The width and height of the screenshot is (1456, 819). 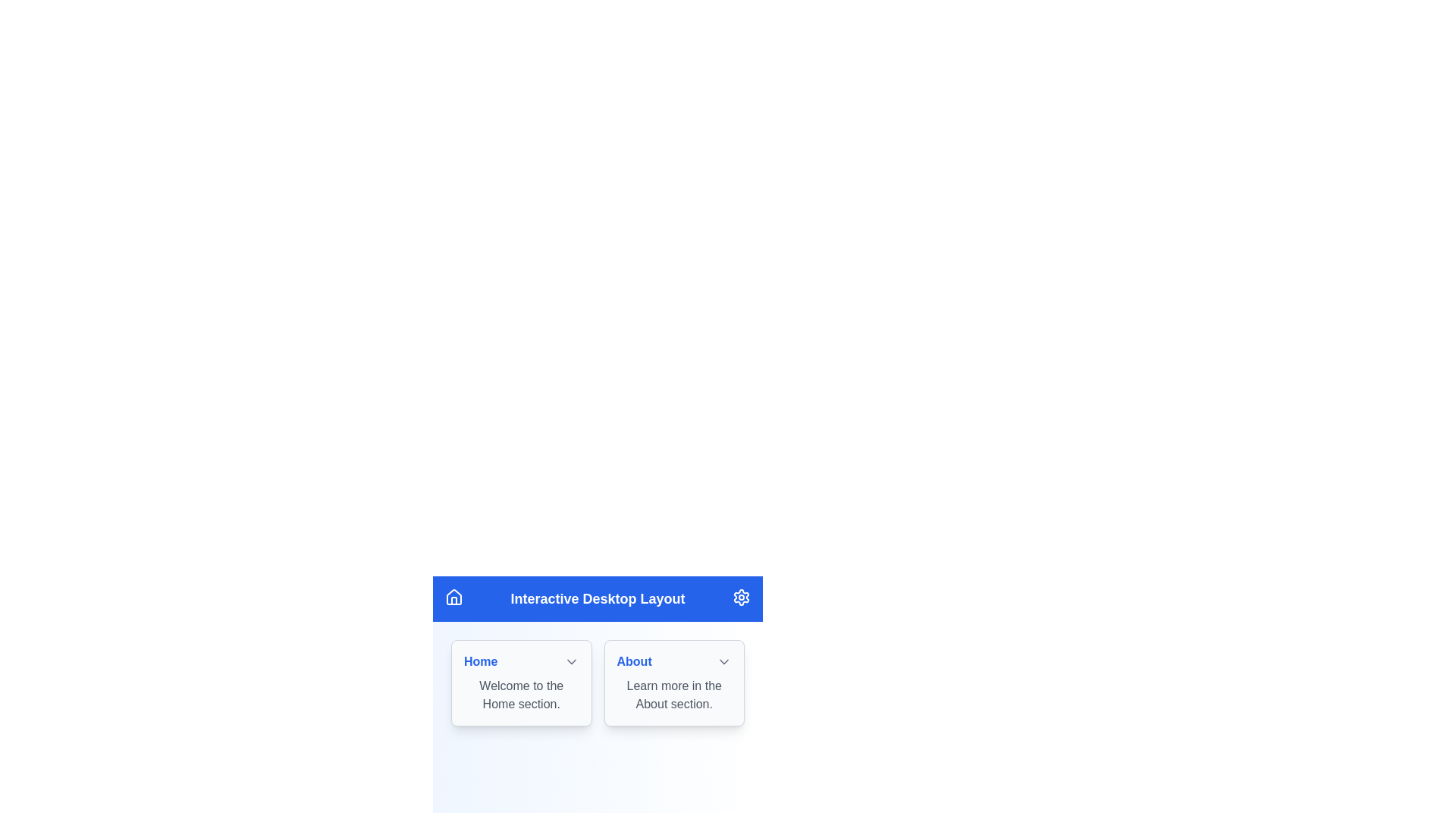 I want to click on the settings icon button located at the top-right corner of the blue header bar, adjacent to the text 'Interactive Desktop Layout' and opposite to the house icon, so click(x=742, y=596).